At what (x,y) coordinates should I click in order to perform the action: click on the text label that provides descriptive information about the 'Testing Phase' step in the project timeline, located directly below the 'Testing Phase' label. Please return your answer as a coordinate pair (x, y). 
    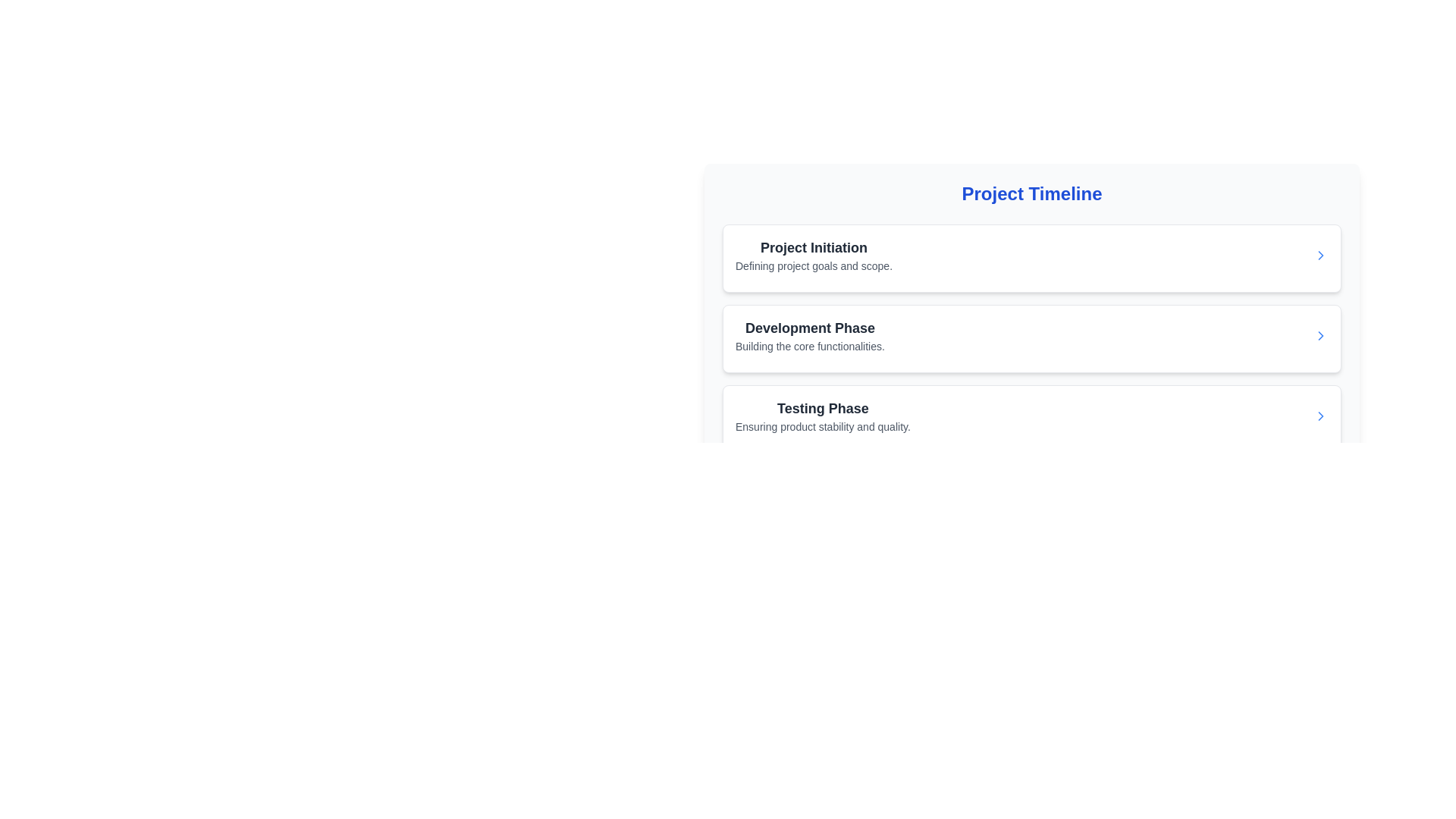
    Looking at the image, I should click on (822, 427).